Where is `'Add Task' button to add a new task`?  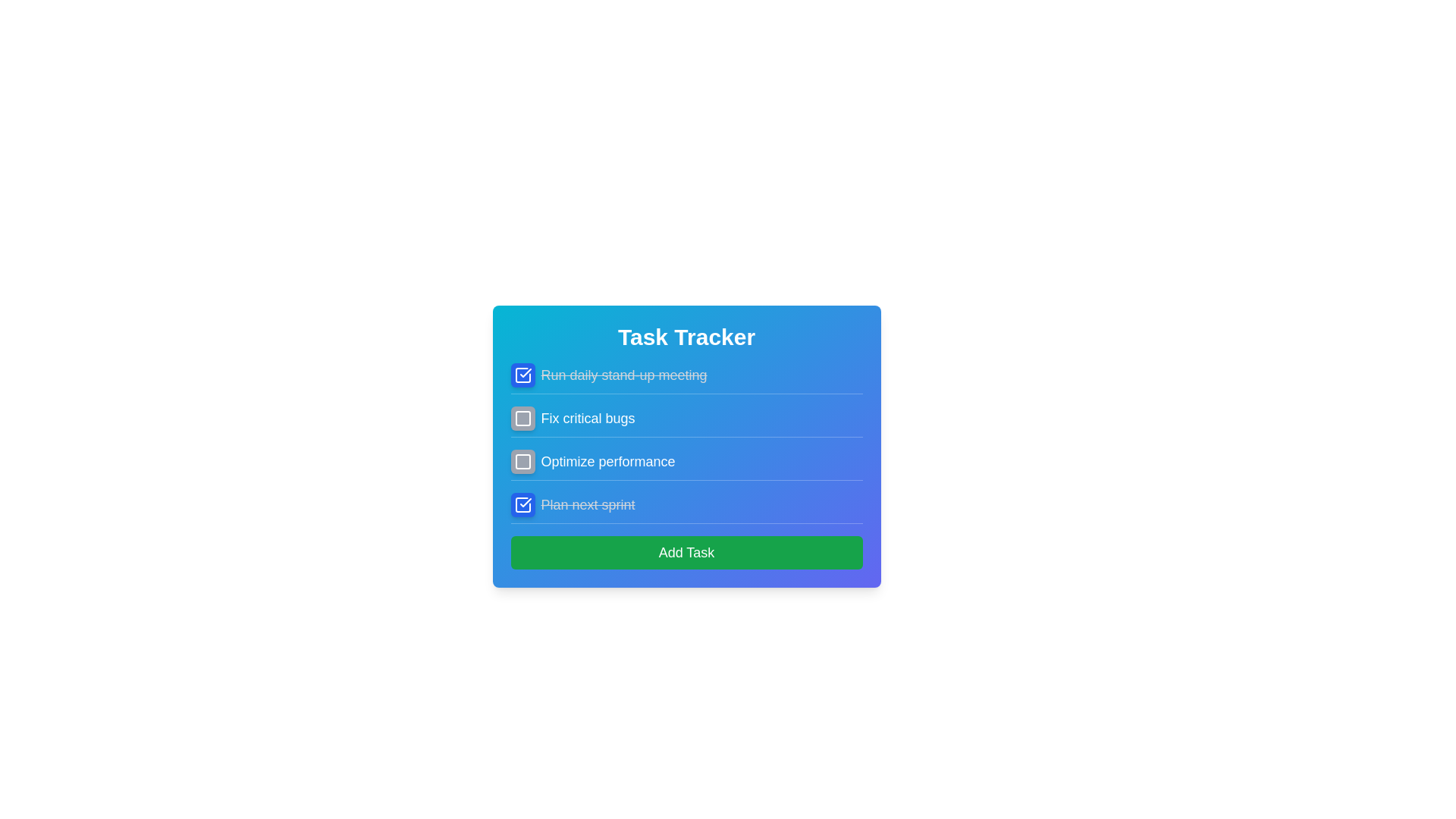 'Add Task' button to add a new task is located at coordinates (686, 553).